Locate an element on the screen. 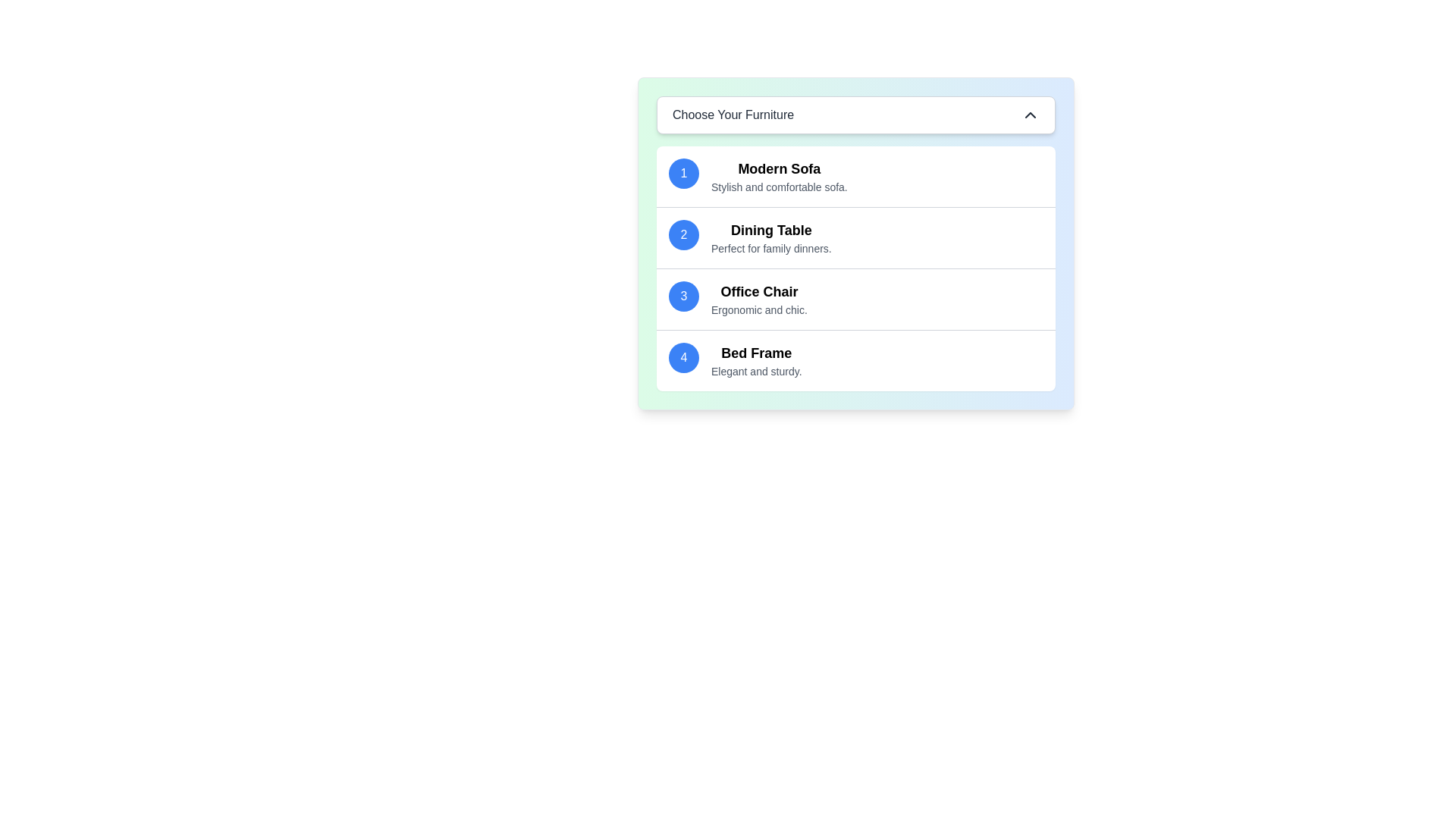  the third list item displaying the number '3' in a blue circular badge, labeled 'Office Chair' with the subtitle 'Ergonomic and chic.' is located at coordinates (855, 299).